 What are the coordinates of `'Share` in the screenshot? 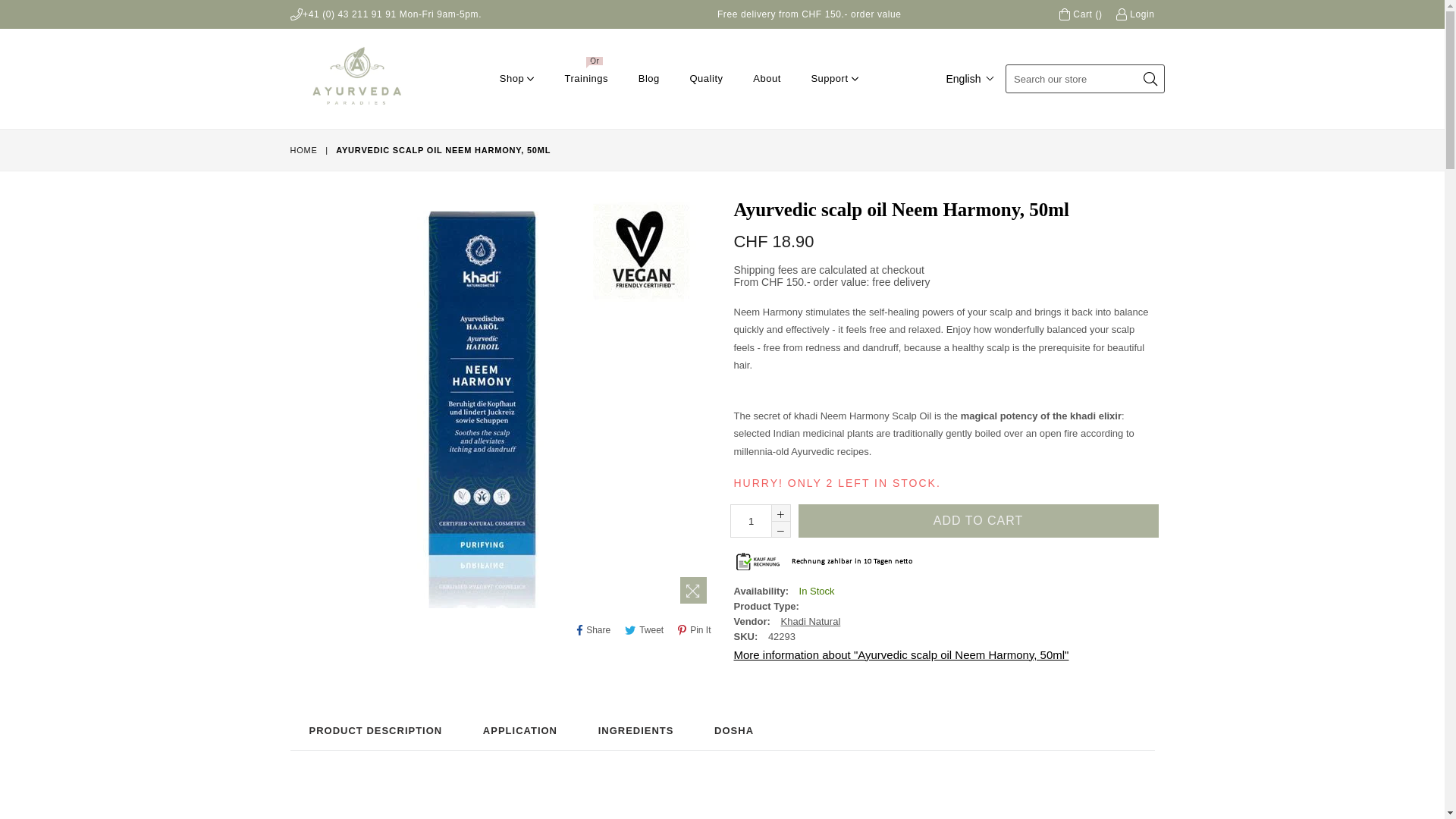 It's located at (572, 630).